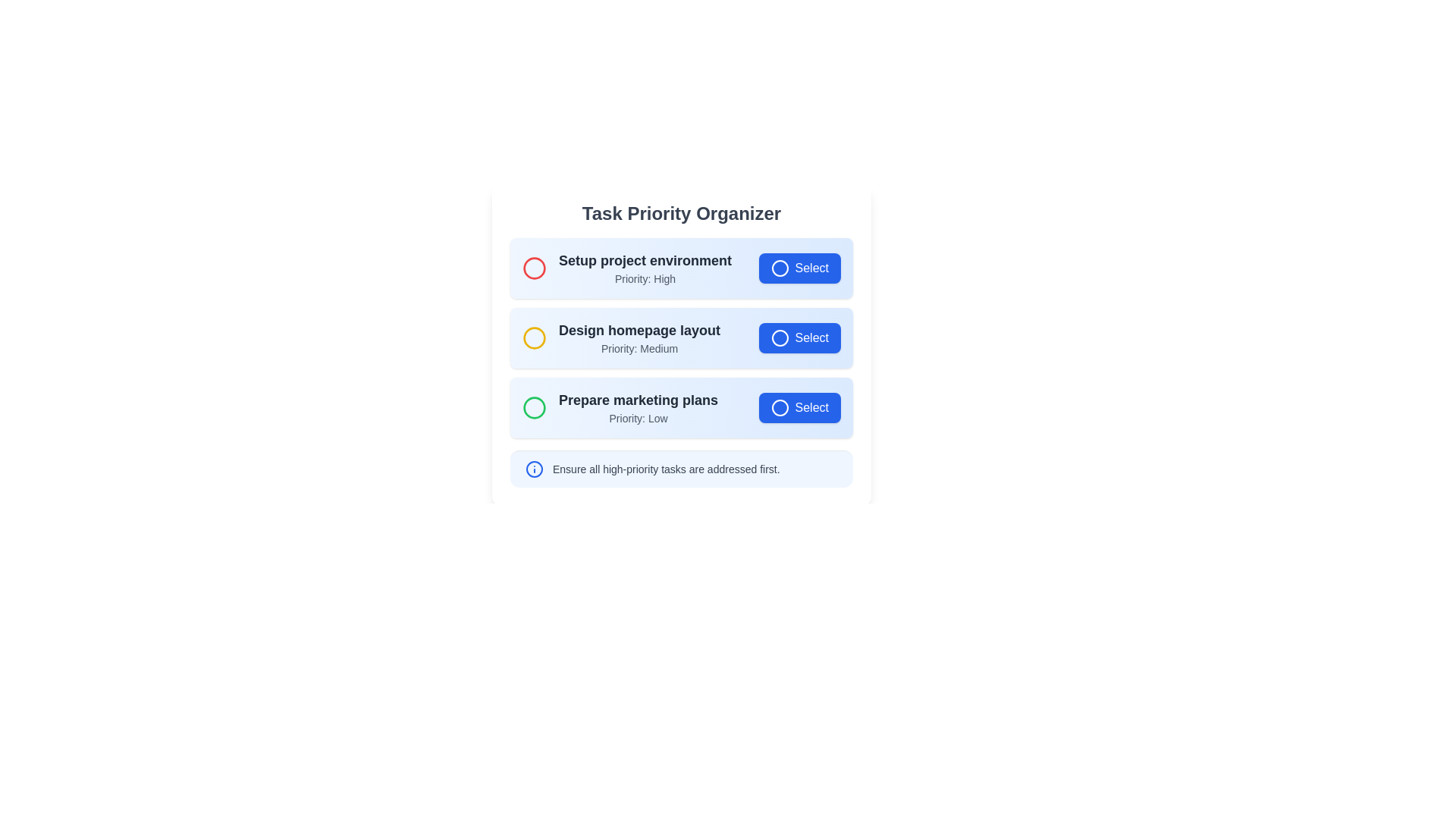 Image resolution: width=1456 pixels, height=819 pixels. I want to click on informational text labeled 'Setup project environment' with a priority level 'High' that is the first item in the vertical task list under the title 'Task Priority Organizer', so click(626, 268).